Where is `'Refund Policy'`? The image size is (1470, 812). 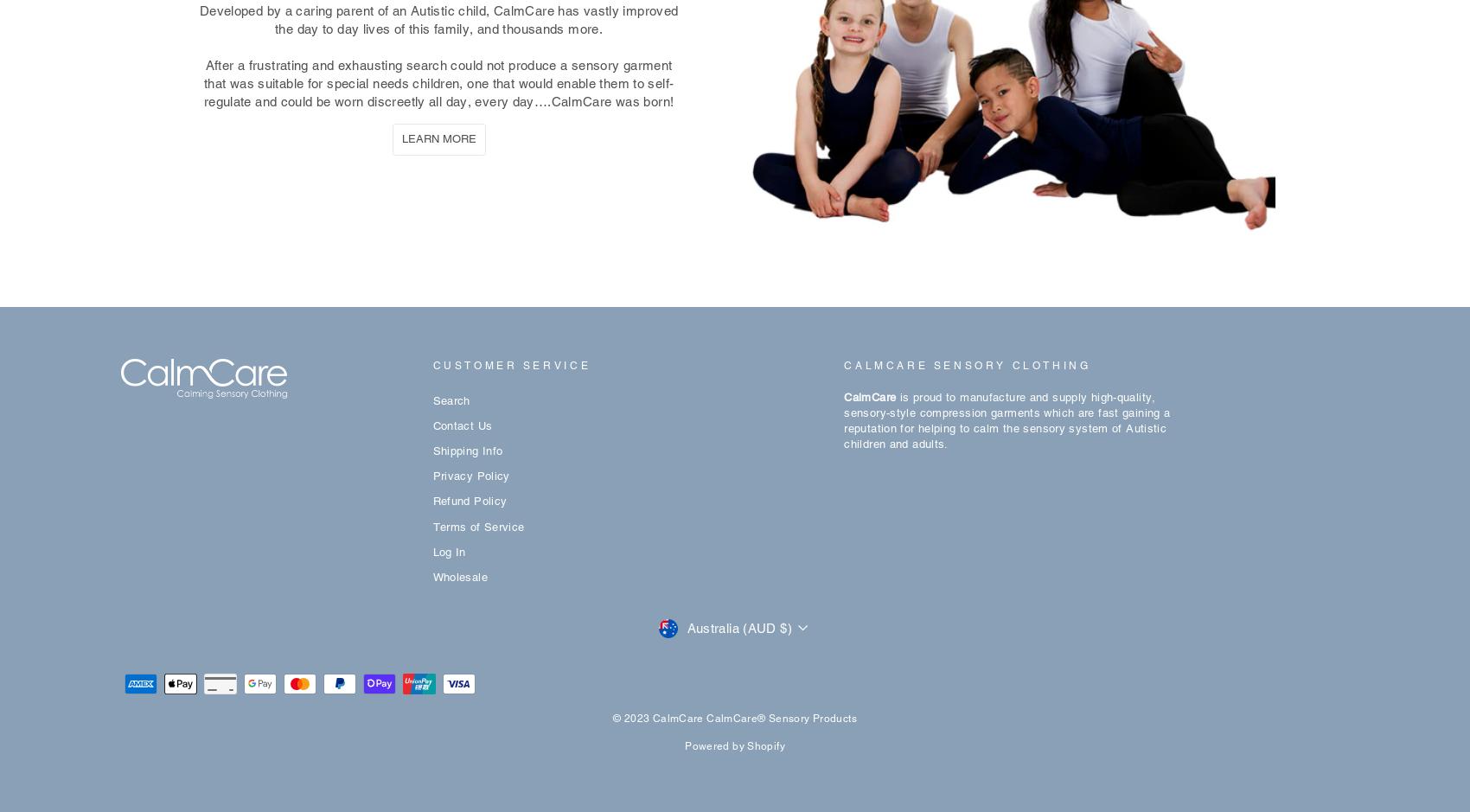
'Refund Policy' is located at coordinates (431, 501).